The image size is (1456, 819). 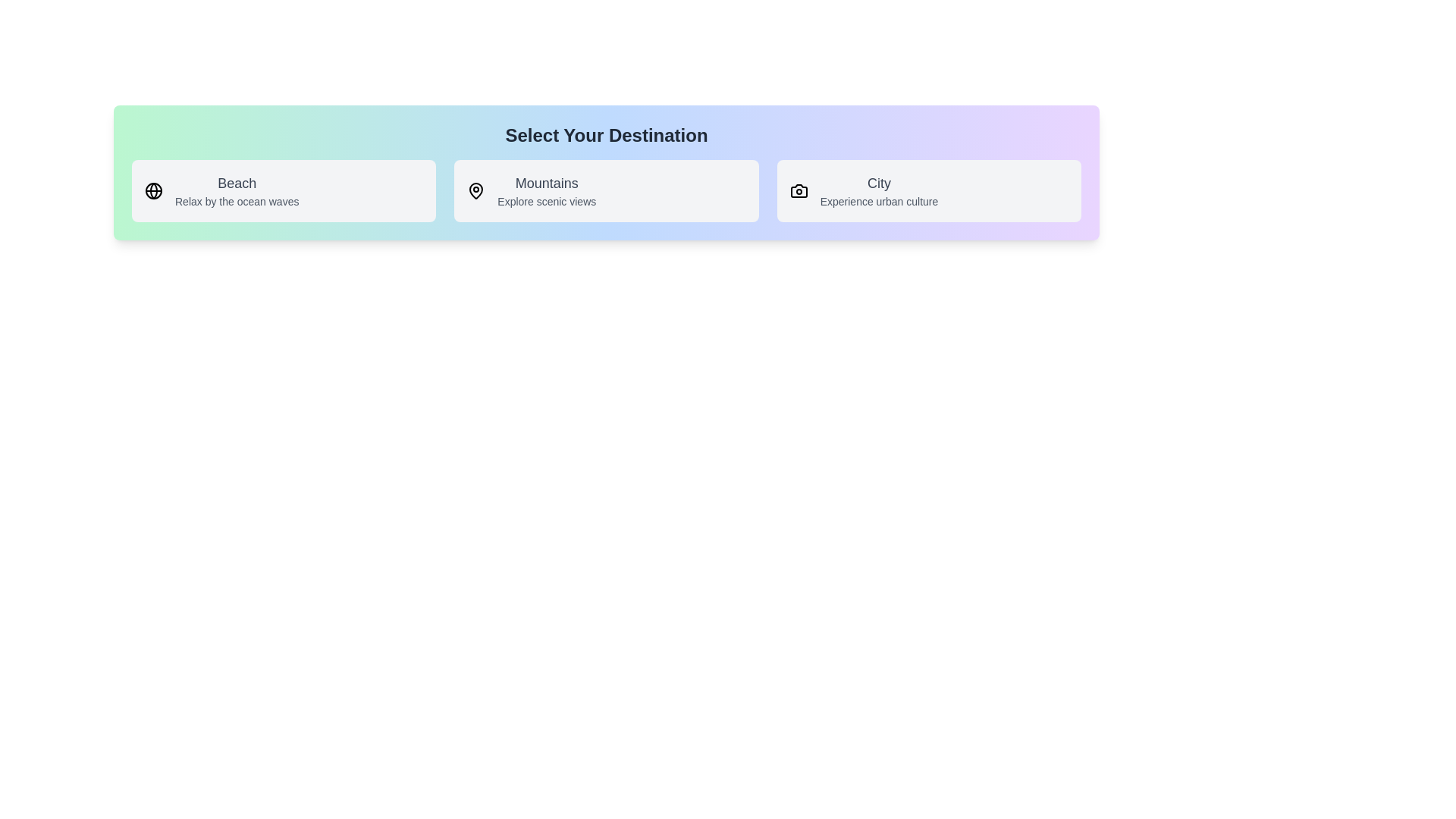 I want to click on the descriptive text label for the 'Mountains' option located within its card-like layout, so click(x=546, y=201).